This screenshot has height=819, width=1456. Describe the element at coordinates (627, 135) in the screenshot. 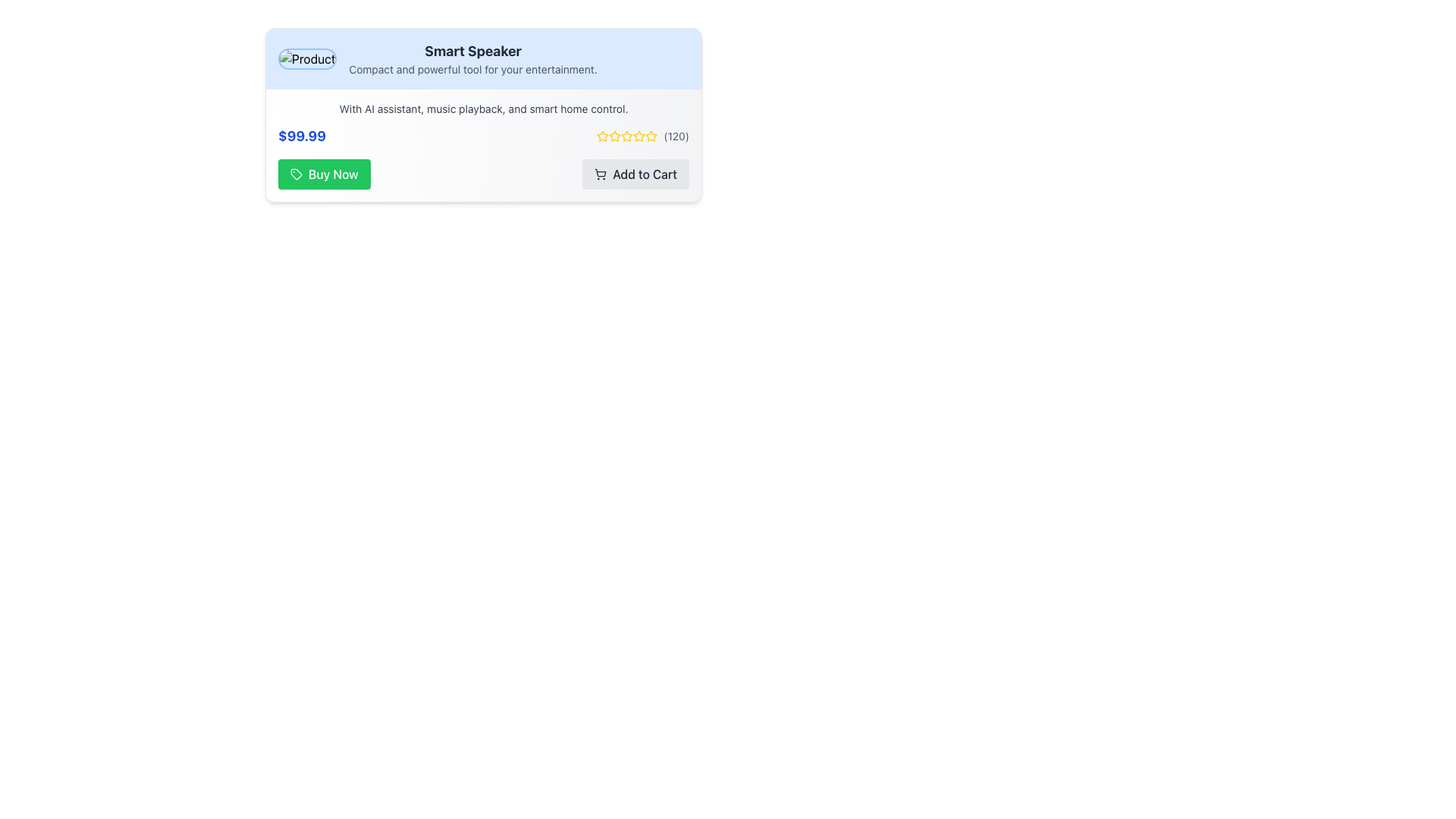

I see `the third yellow star icon in the rating system` at that location.